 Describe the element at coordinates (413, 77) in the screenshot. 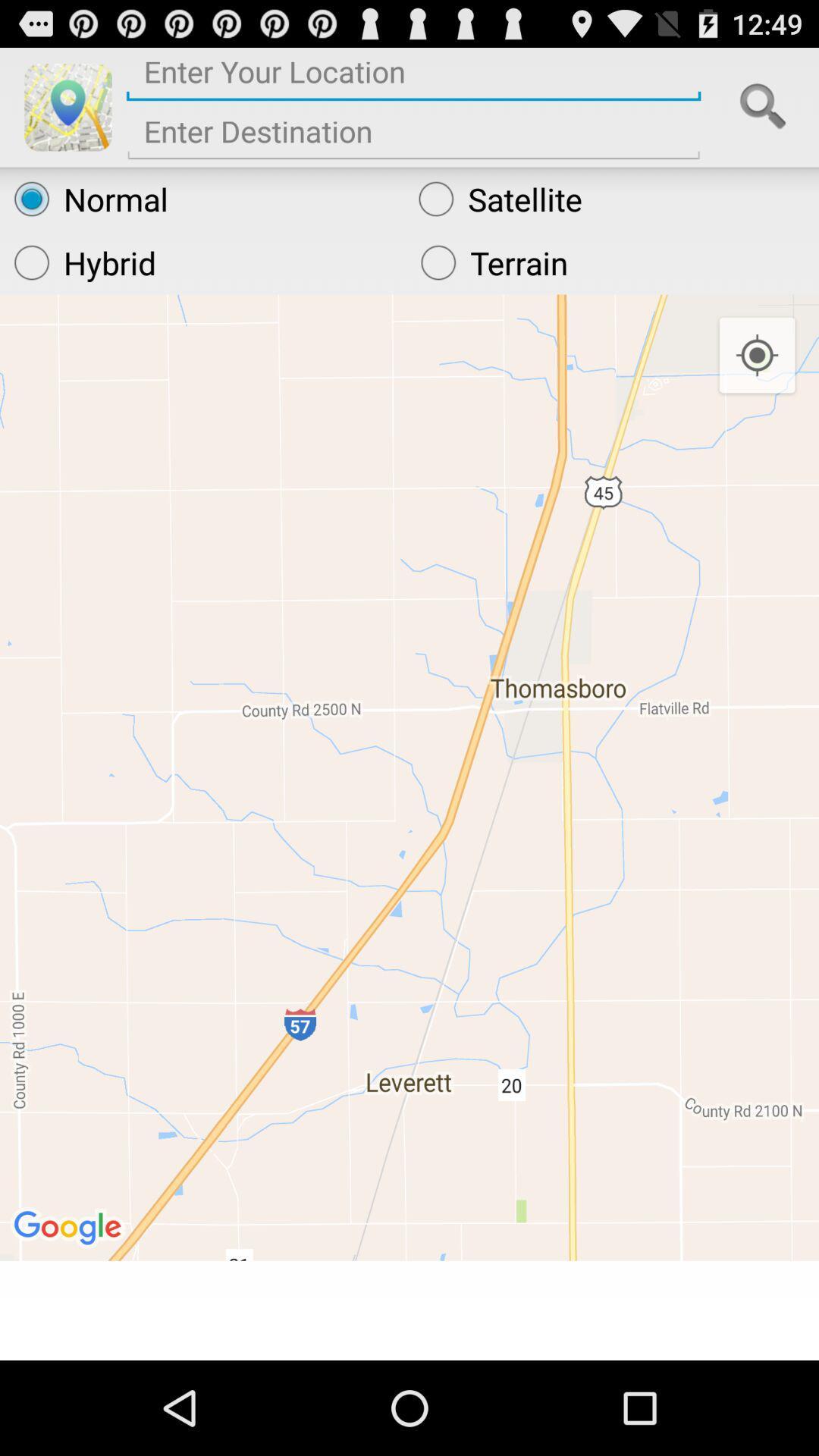

I see `location input field` at that location.